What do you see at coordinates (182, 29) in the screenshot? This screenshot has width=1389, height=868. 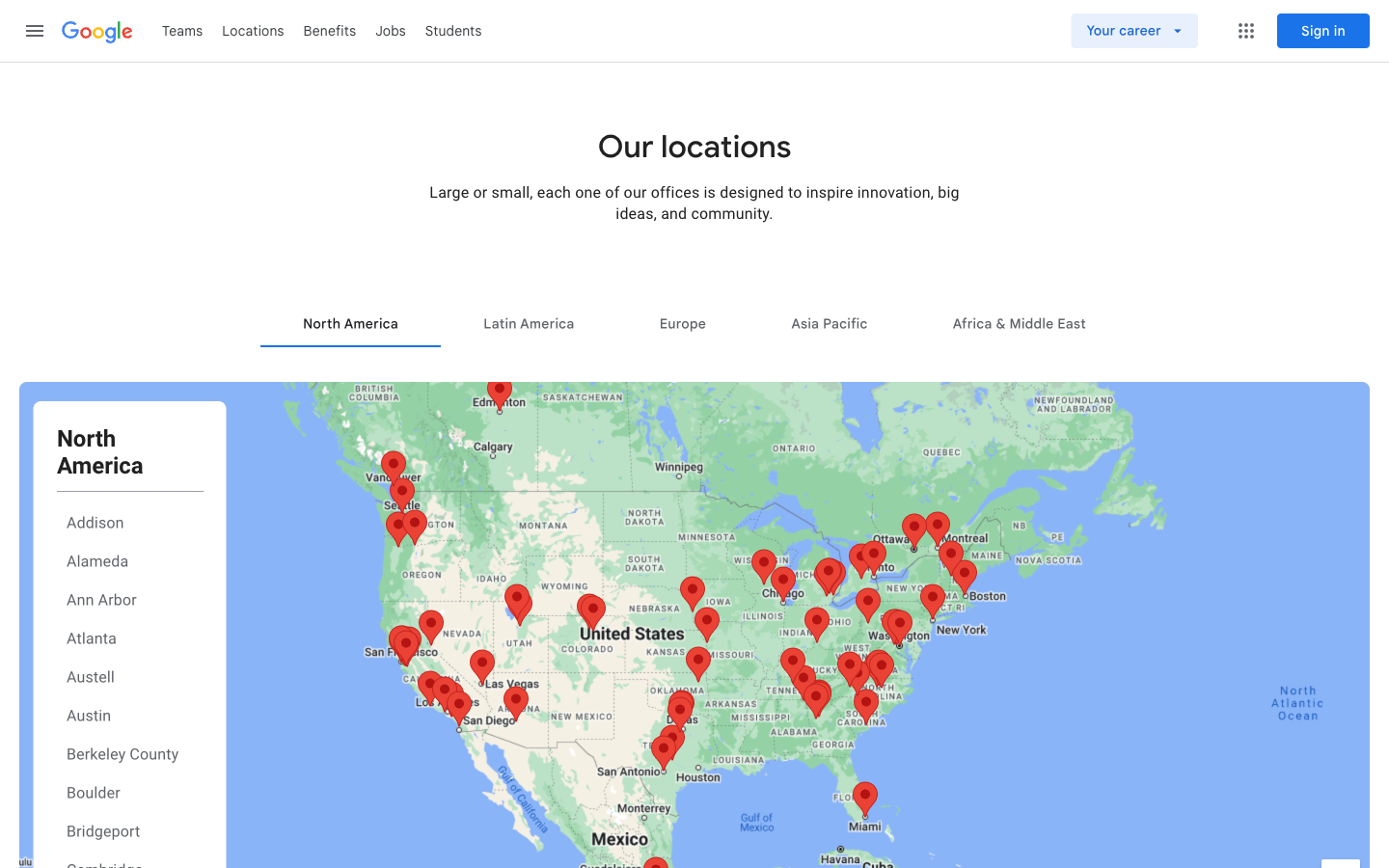 I see `Redirect to Team` at bounding box center [182, 29].